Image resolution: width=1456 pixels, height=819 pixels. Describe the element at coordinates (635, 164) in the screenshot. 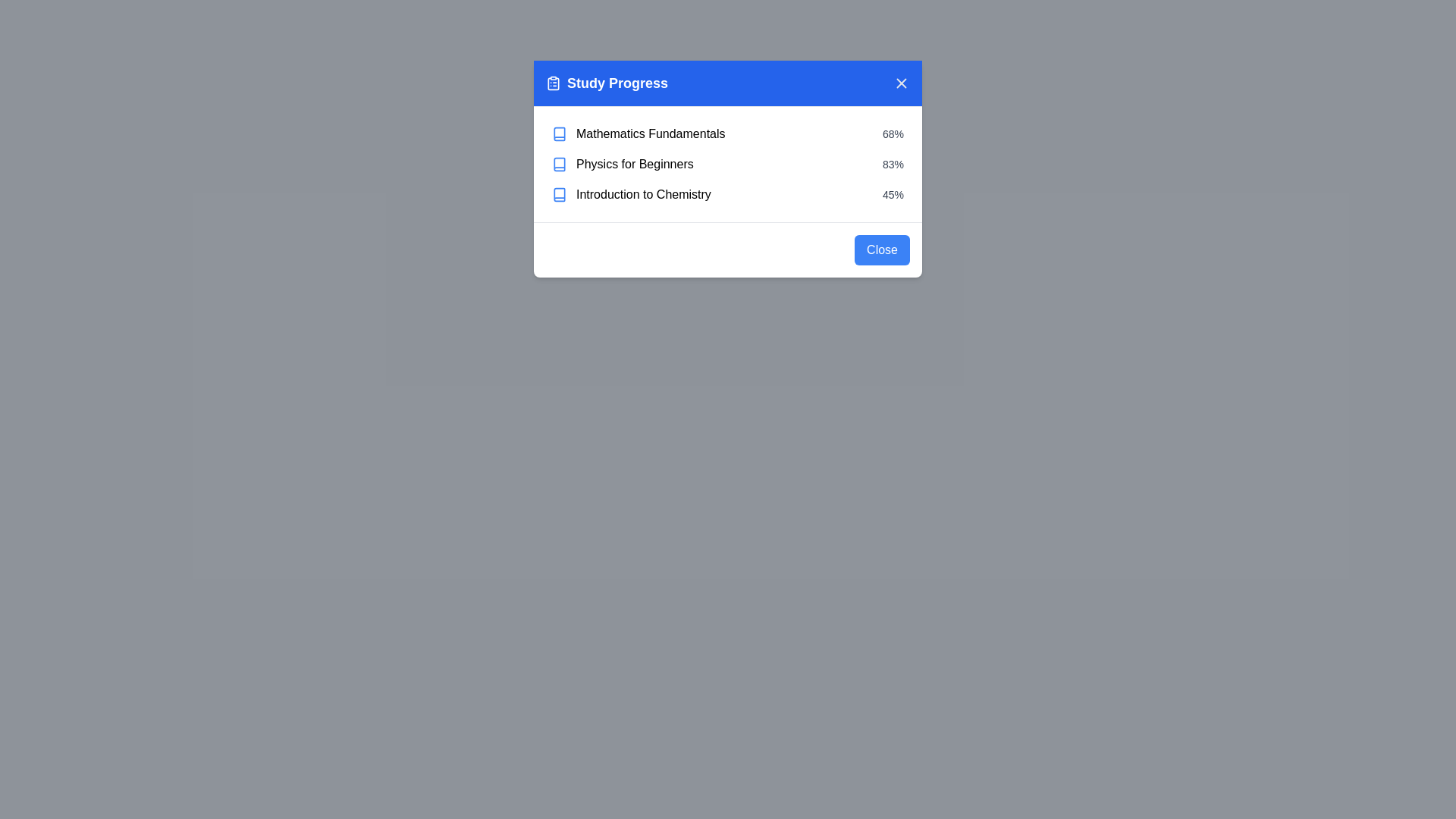

I see `text label that describes the course titled 'Physics for Beginners', which is the second item in the vertical list within the 'Study Progress' modal` at that location.